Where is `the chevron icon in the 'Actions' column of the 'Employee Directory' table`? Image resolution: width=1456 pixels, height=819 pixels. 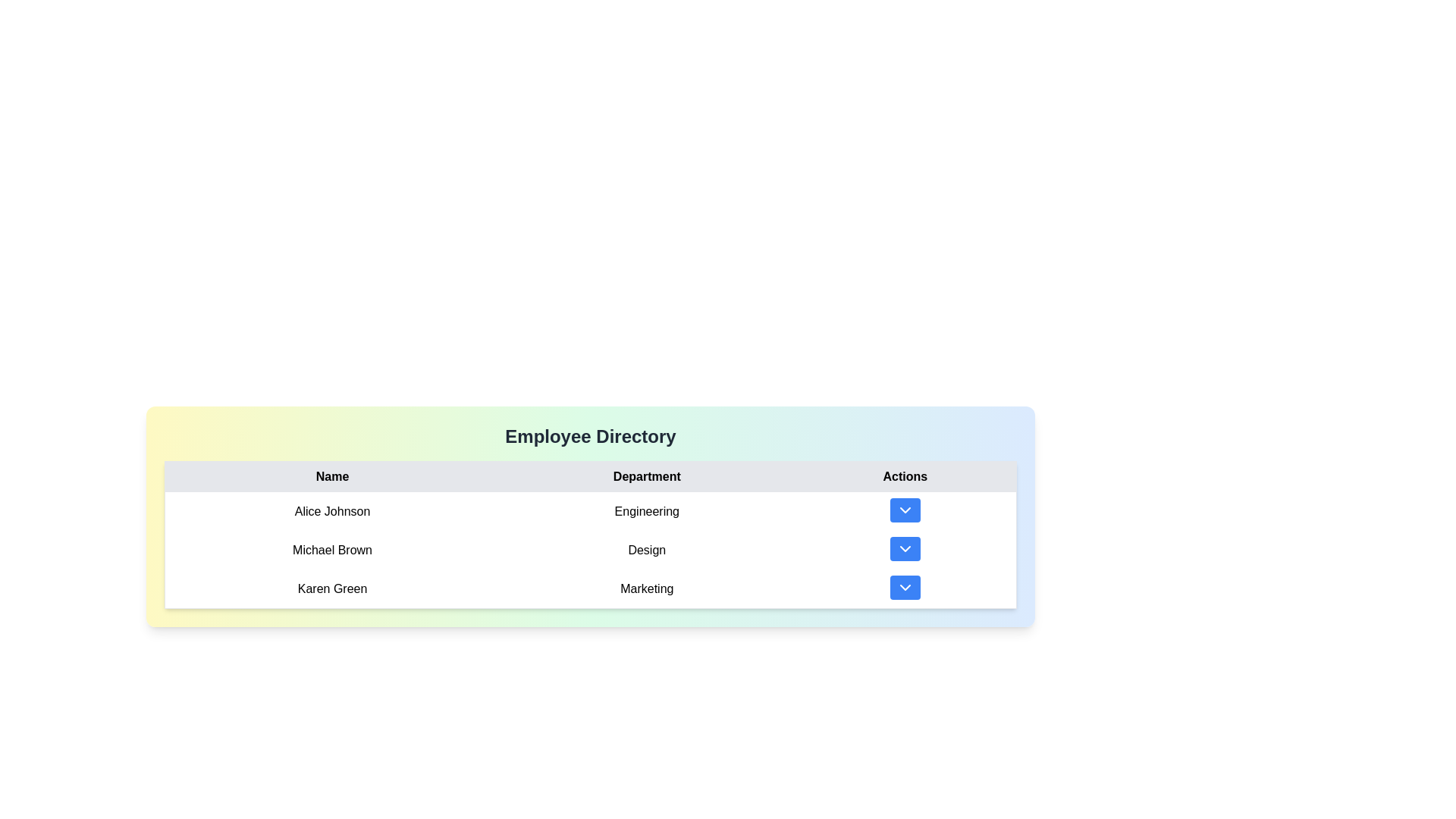 the chevron icon in the 'Actions' column of the 'Employee Directory' table is located at coordinates (905, 549).